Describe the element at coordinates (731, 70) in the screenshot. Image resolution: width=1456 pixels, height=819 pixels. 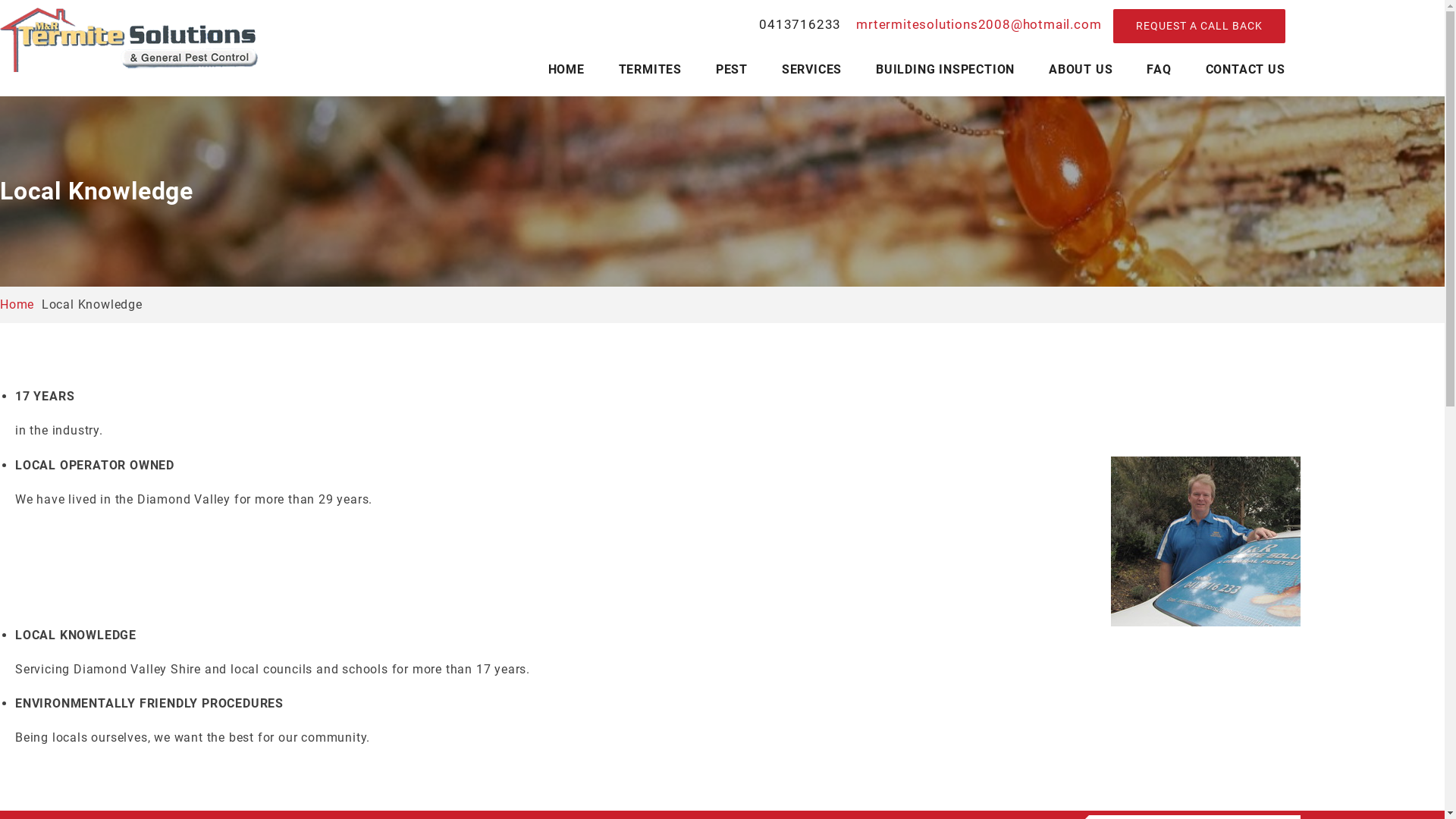
I see `'PEST'` at that location.